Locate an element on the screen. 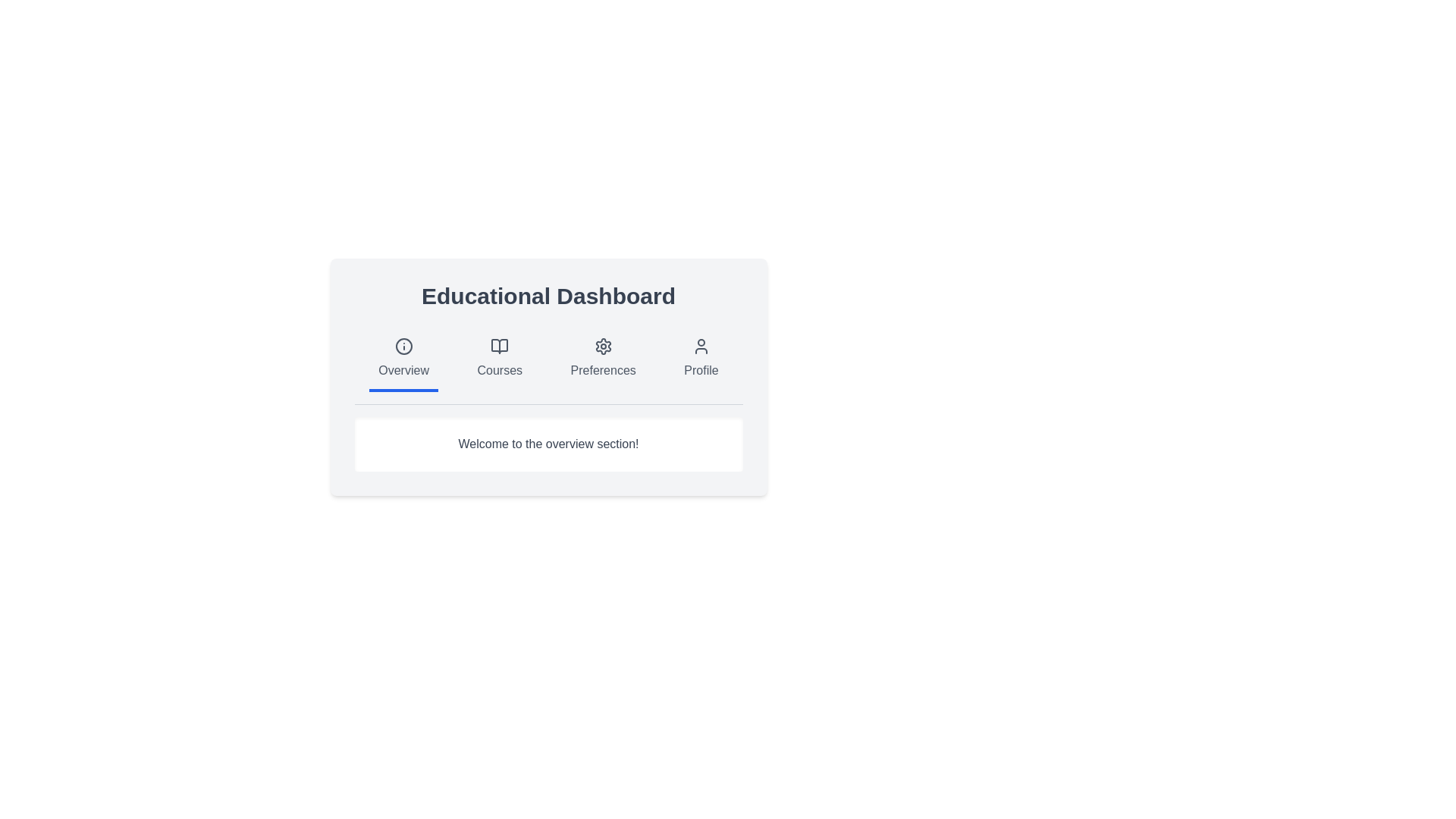 The height and width of the screenshot is (819, 1456). the navigation bar located at the top of the 'Educational Dashboard' interface is located at coordinates (548, 366).